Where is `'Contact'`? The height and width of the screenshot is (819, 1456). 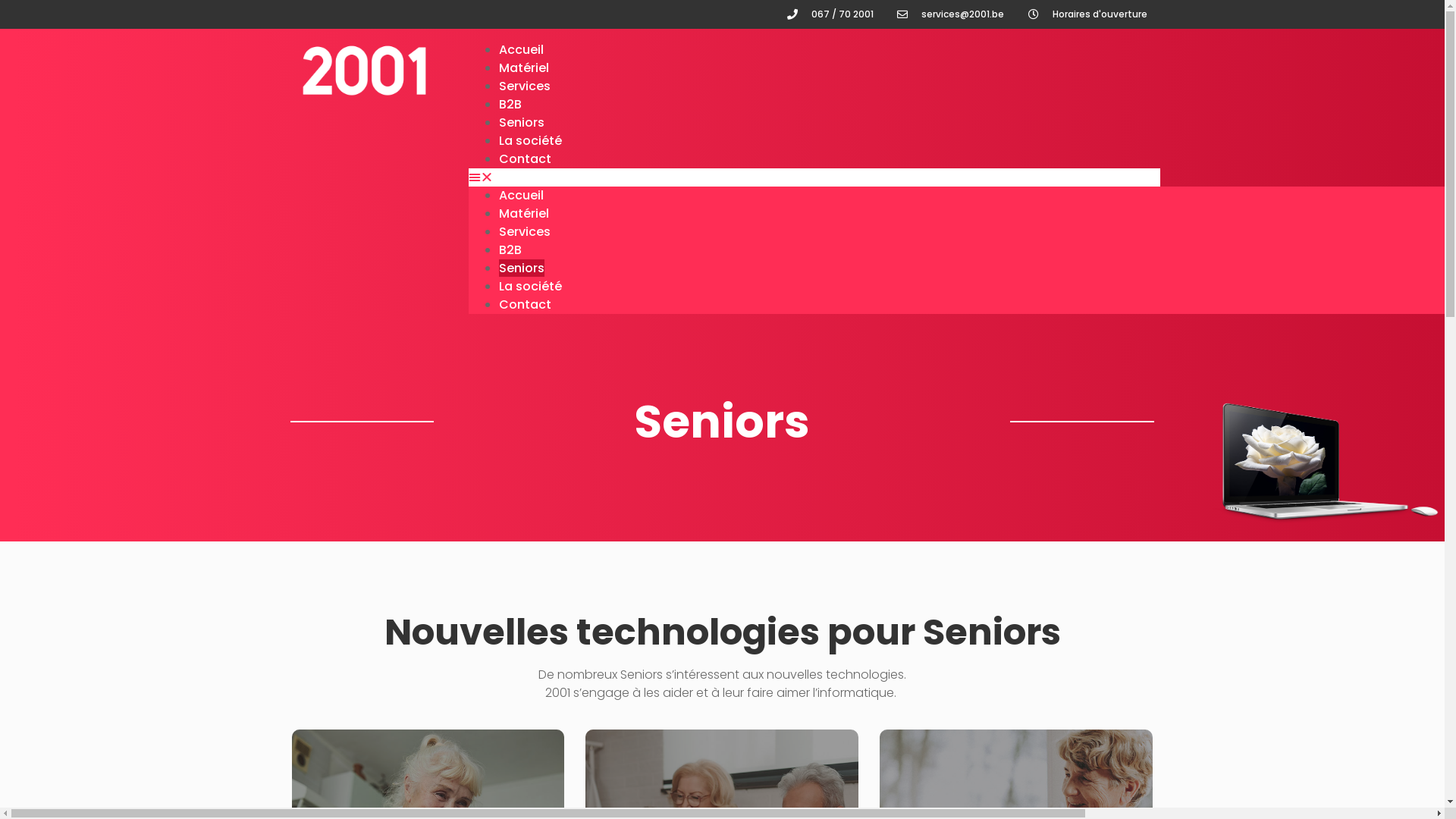 'Contact' is located at coordinates (525, 158).